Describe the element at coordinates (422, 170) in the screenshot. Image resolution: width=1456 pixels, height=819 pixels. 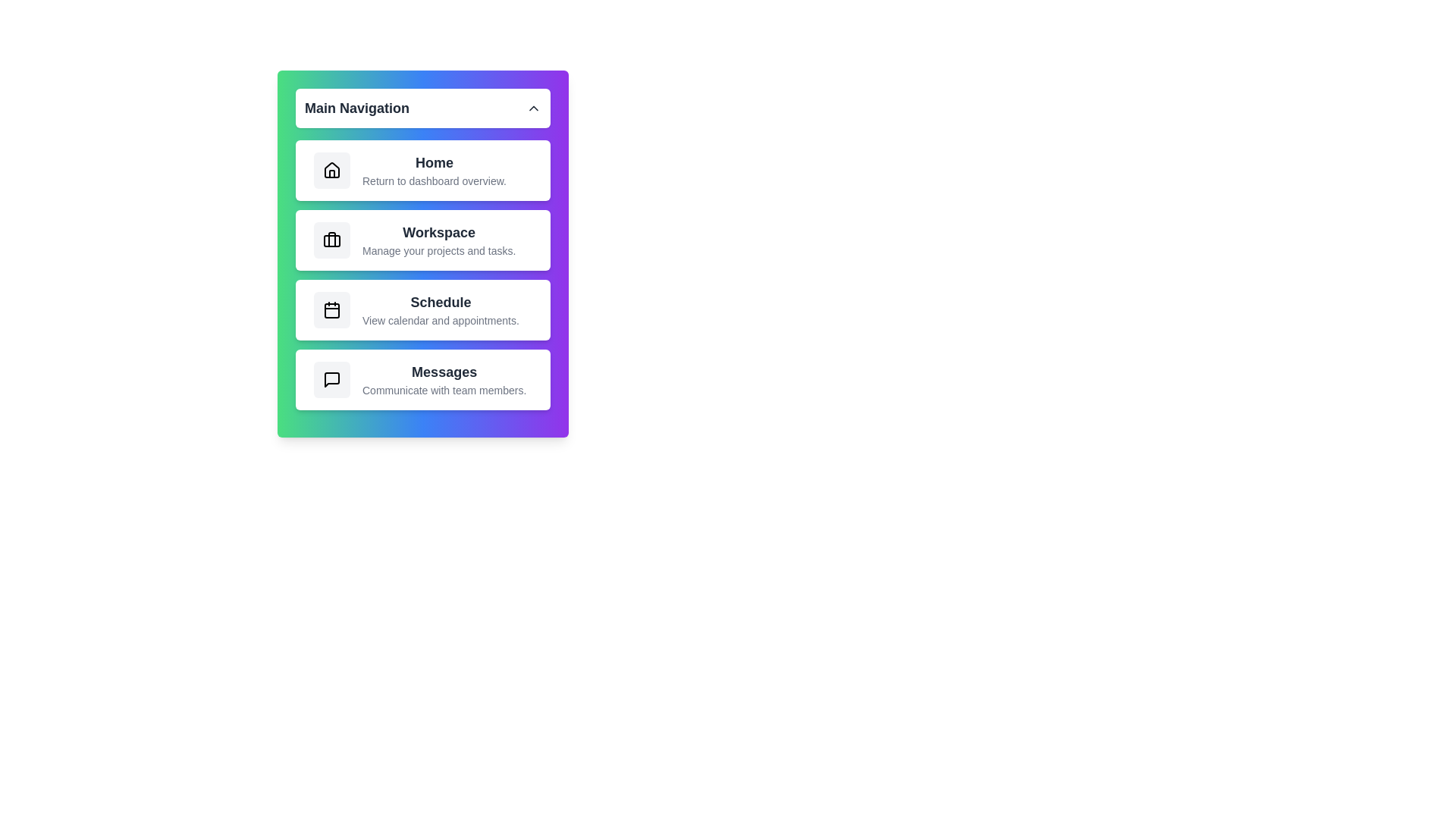
I see `the navigation item Home to observe the hover effect` at that location.